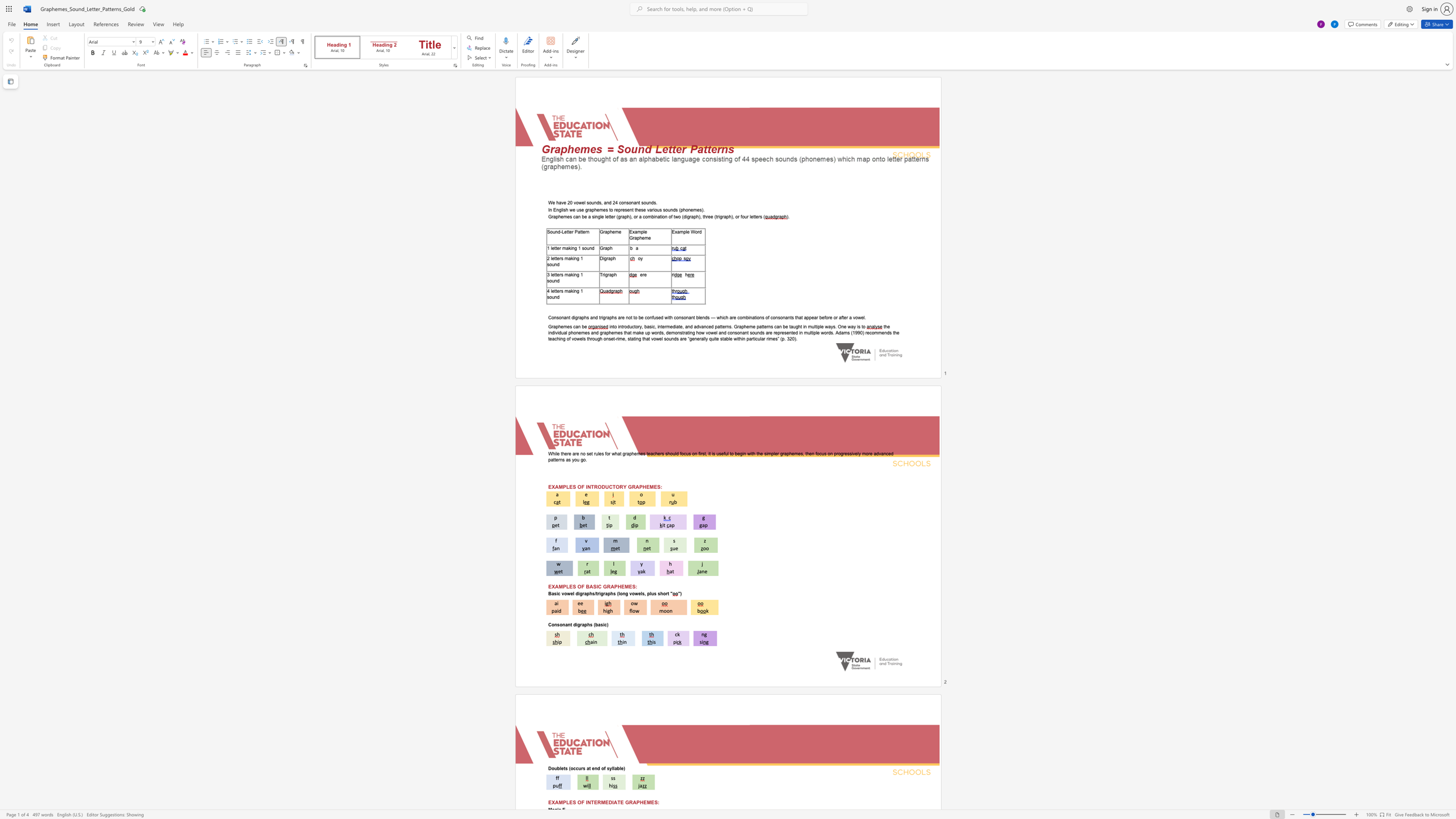  What do you see at coordinates (683, 332) in the screenshot?
I see `the subset text "ra" within the text "demonstrating"` at bounding box center [683, 332].